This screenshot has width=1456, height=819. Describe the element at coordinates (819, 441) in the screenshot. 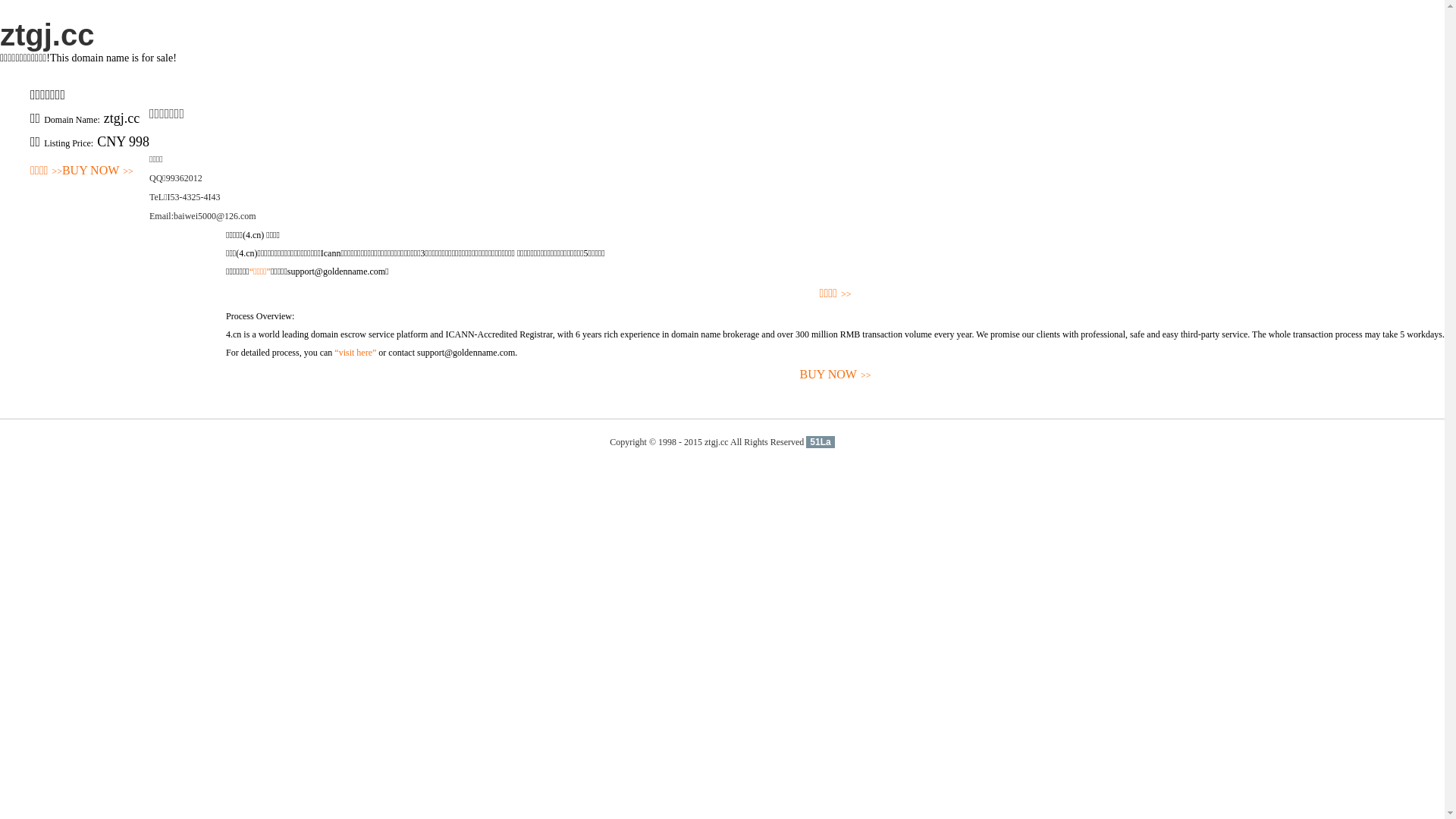

I see `'51La'` at that location.